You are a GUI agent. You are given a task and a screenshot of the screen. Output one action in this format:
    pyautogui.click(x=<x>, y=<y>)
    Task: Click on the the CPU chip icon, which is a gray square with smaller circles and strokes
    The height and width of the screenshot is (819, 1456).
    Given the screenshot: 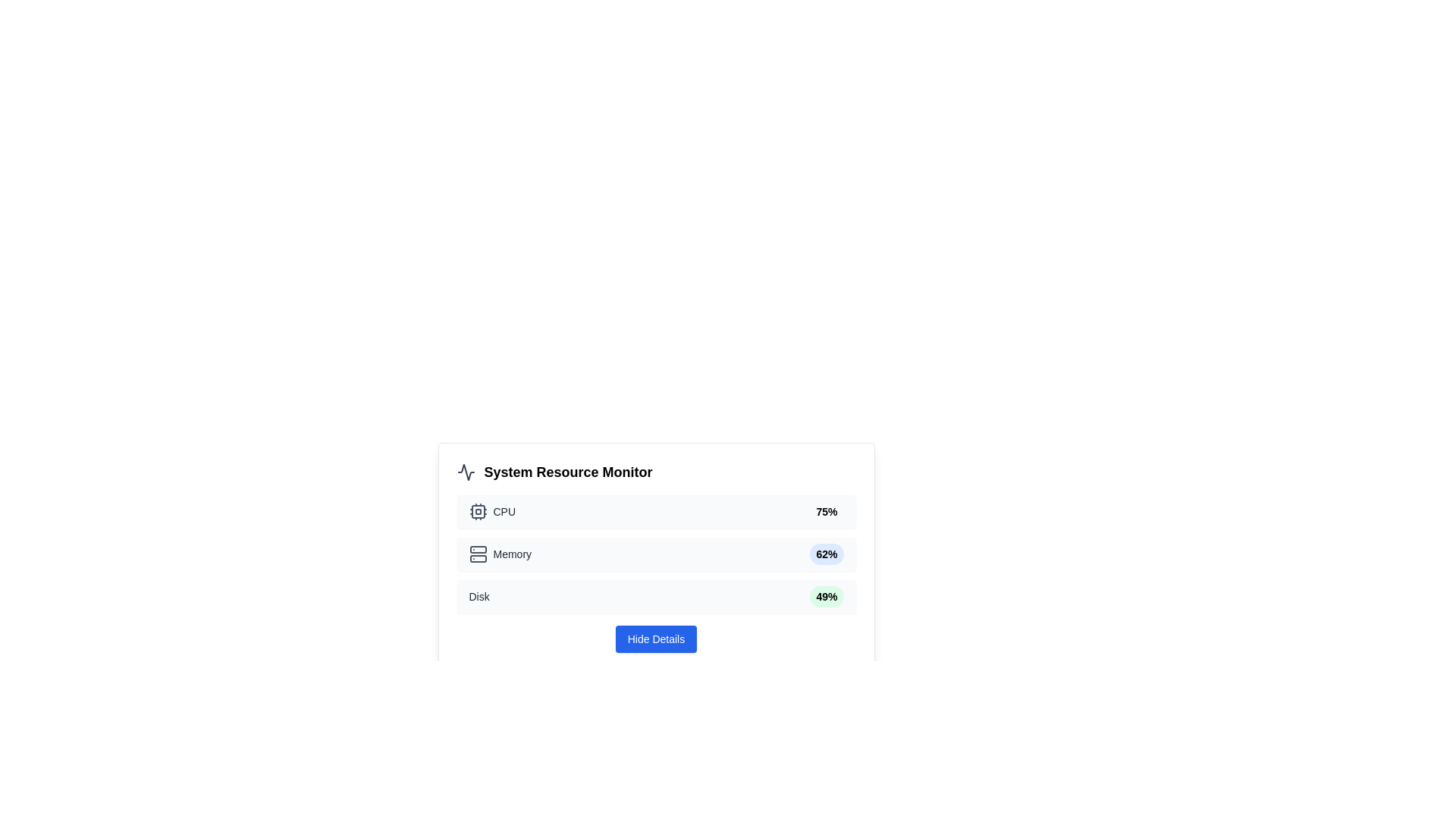 What is the action you would take?
    pyautogui.click(x=477, y=512)
    